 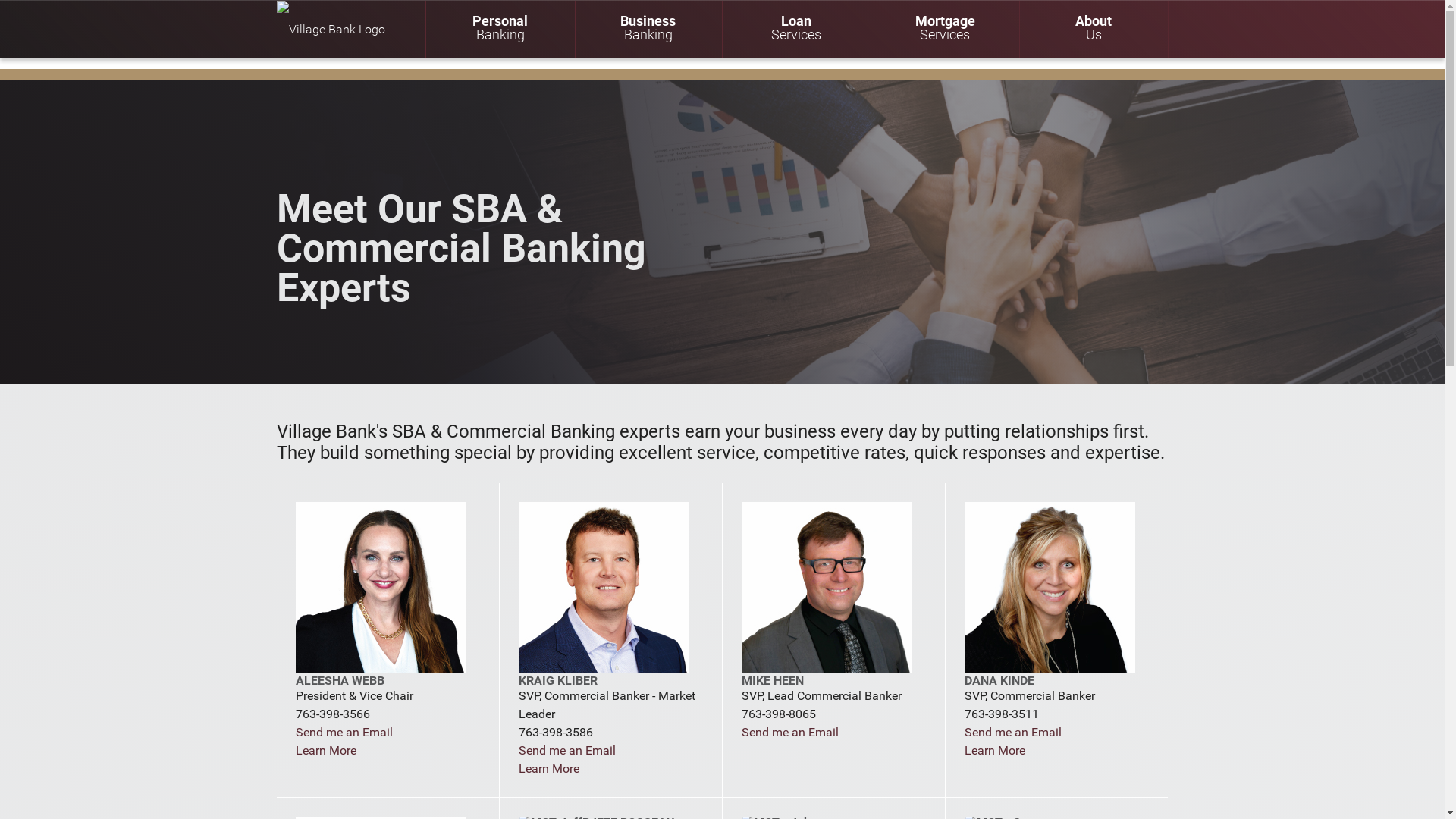 What do you see at coordinates (295, 749) in the screenshot?
I see `'Learn More'` at bounding box center [295, 749].